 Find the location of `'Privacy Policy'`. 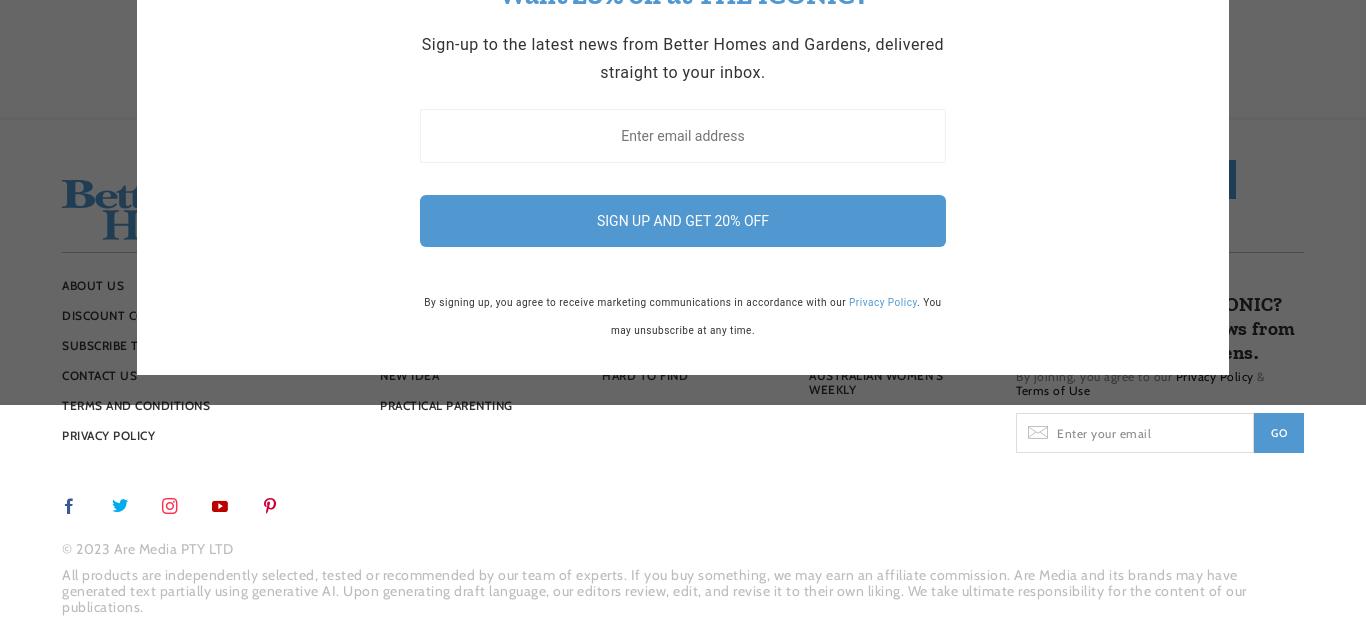

'Privacy Policy' is located at coordinates (108, 434).